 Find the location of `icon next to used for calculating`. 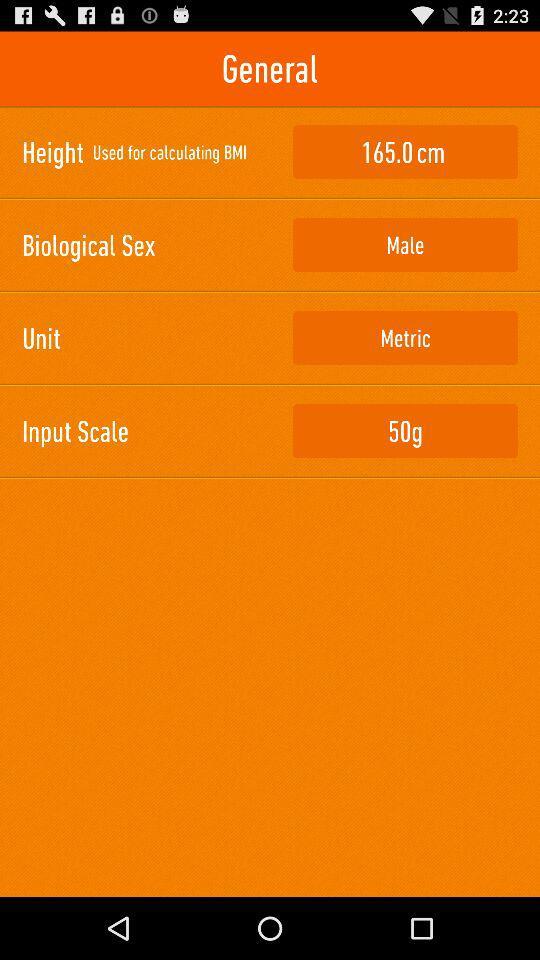

icon next to used for calculating is located at coordinates (405, 151).